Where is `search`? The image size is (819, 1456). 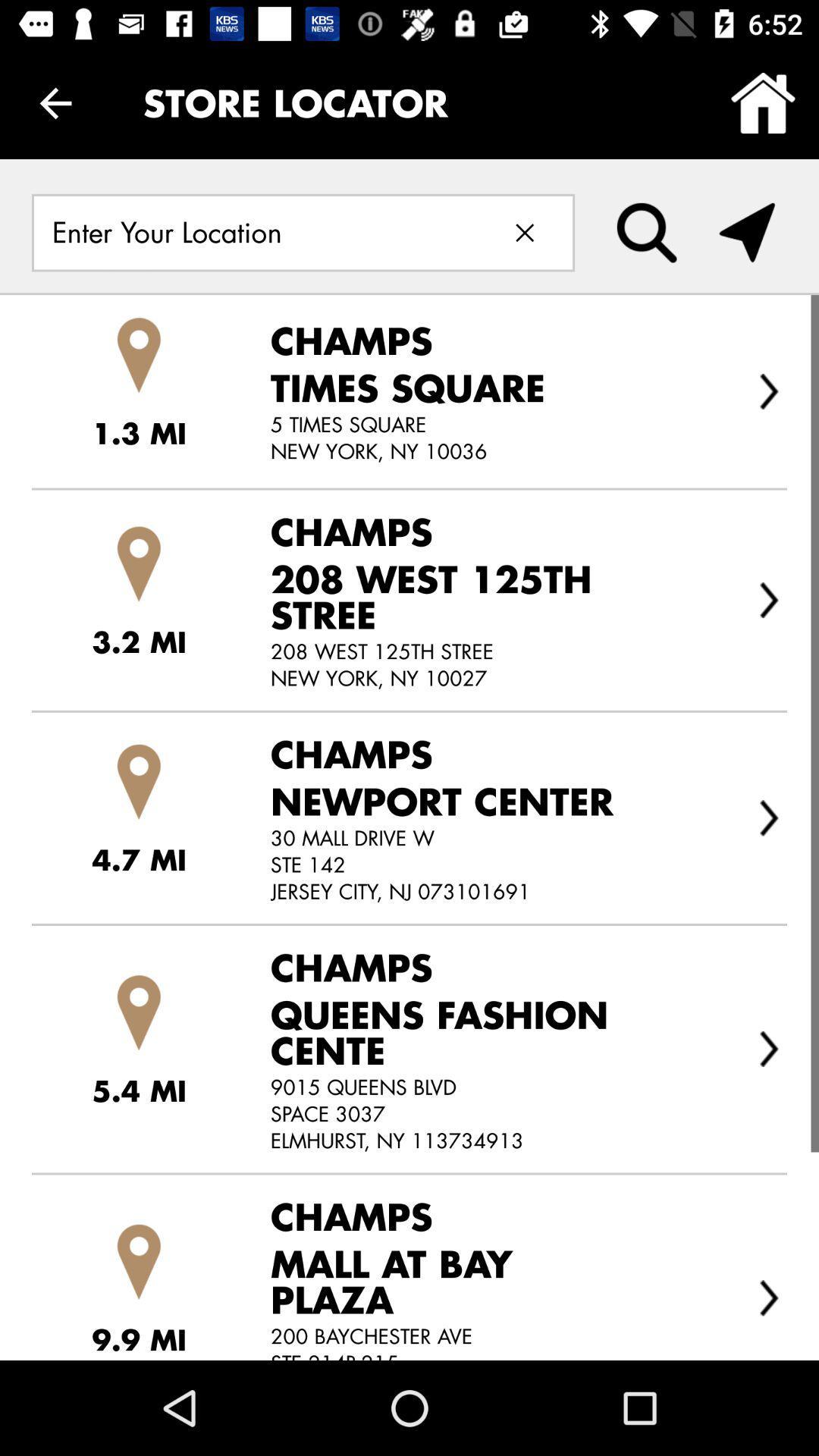
search is located at coordinates (647, 232).